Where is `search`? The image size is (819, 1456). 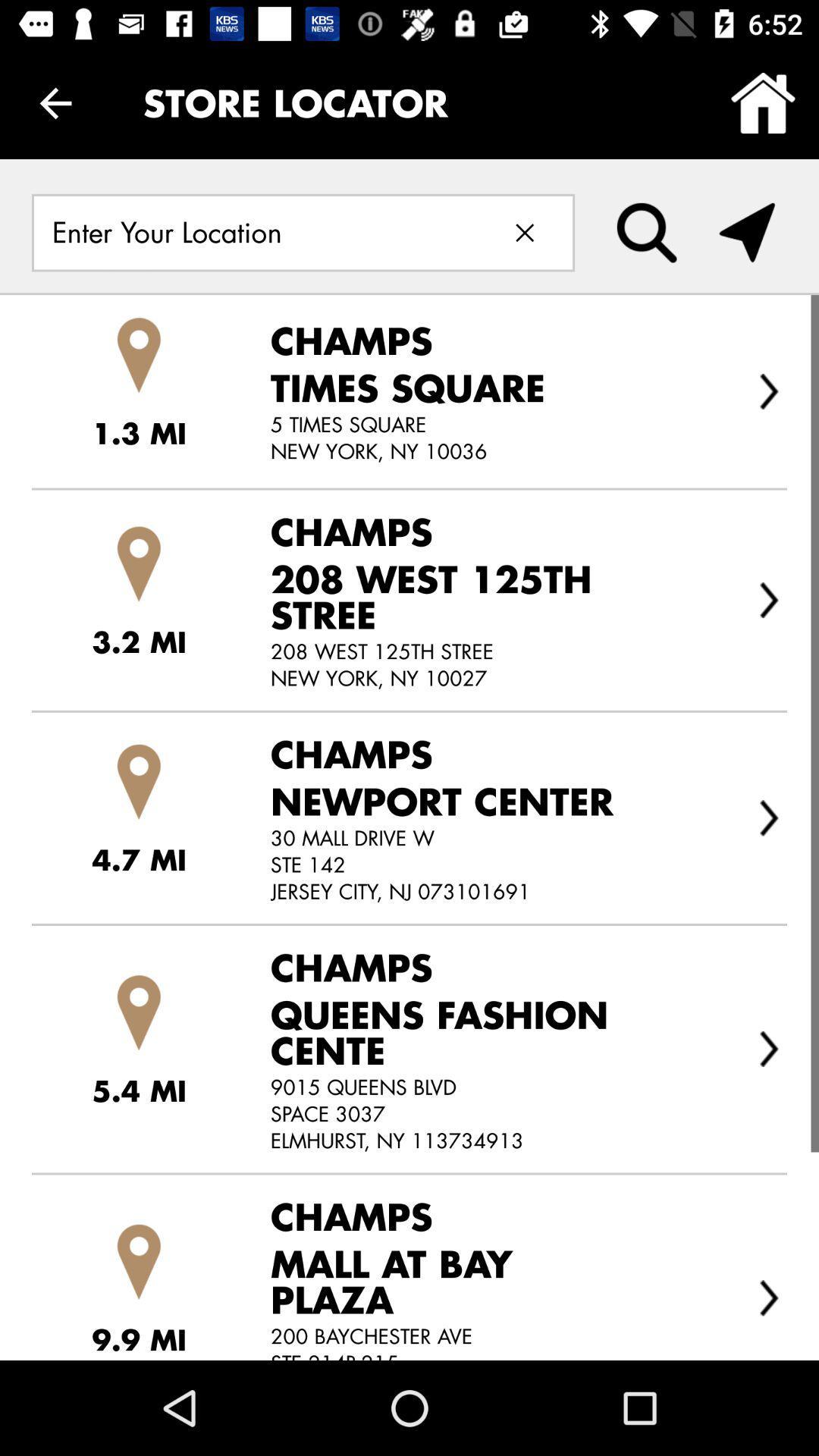
search is located at coordinates (647, 232).